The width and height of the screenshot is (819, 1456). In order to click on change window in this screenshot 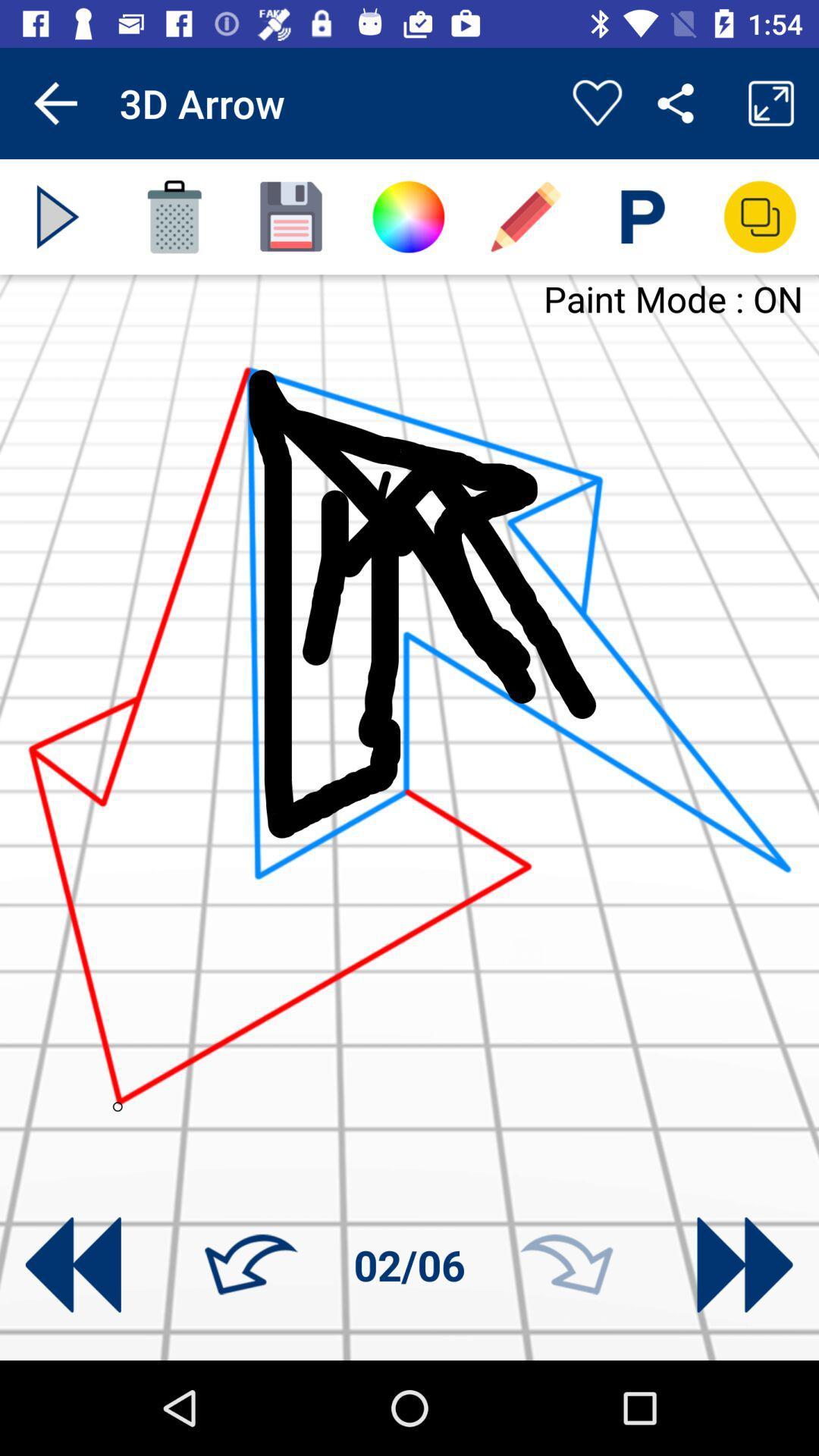, I will do `click(760, 216)`.